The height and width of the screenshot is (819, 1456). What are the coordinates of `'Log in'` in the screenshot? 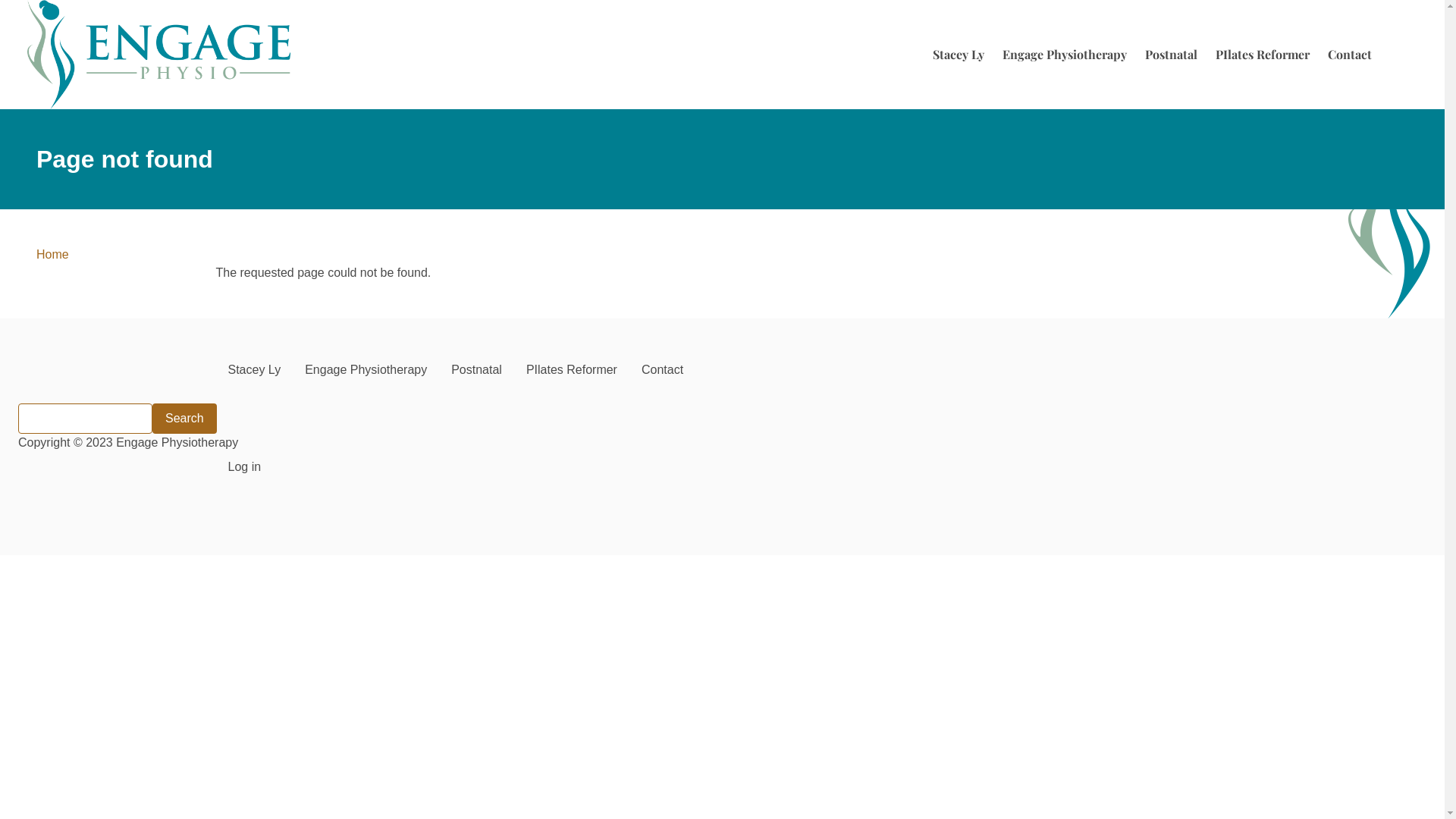 It's located at (243, 466).